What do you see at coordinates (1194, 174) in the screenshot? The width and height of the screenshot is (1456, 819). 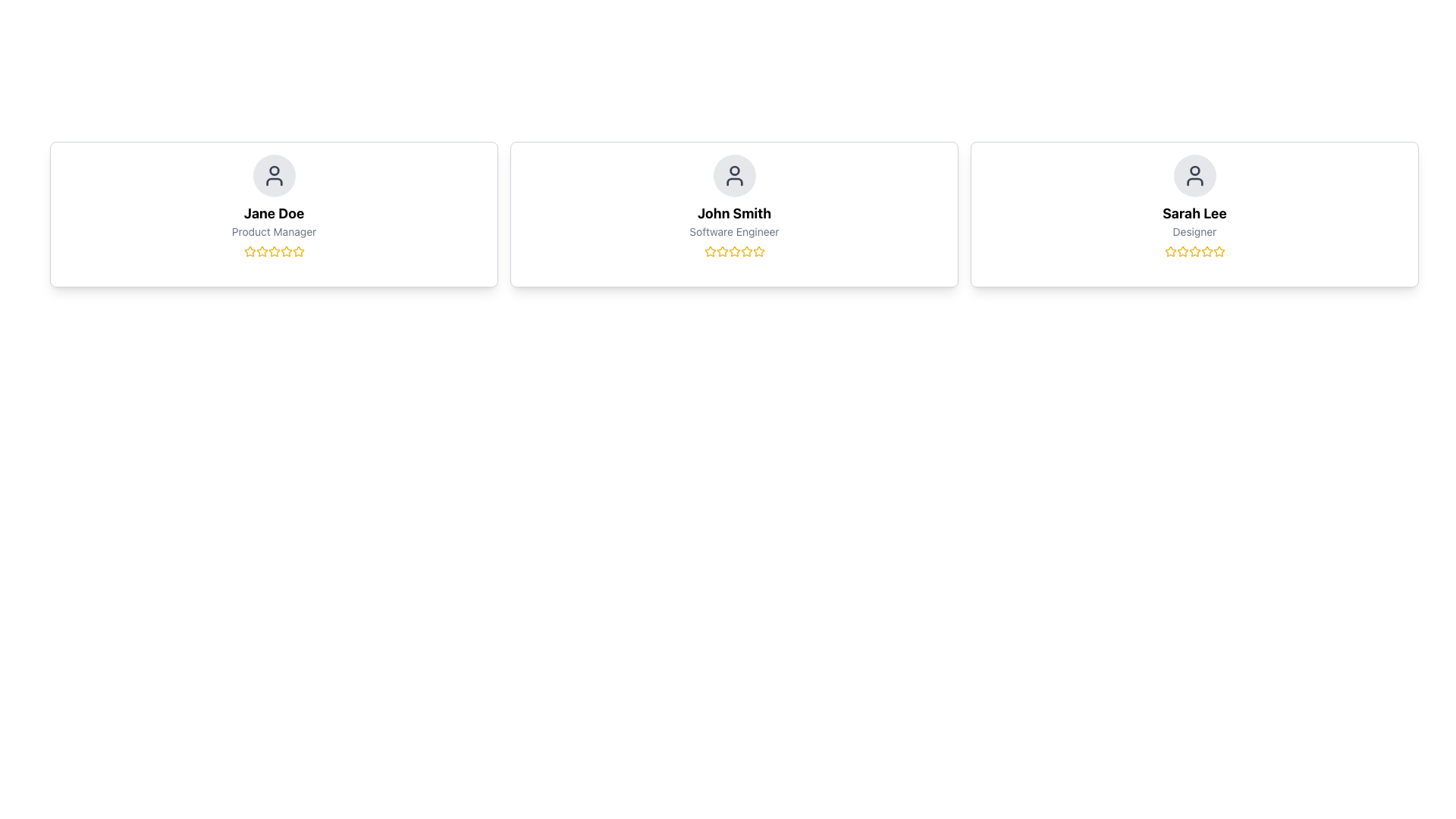 I see `the user silhouette icon, which is styled in gray and located at the top center of the third user profile card, above the label 'Sarah Lee' and the role 'Designer'` at bounding box center [1194, 174].